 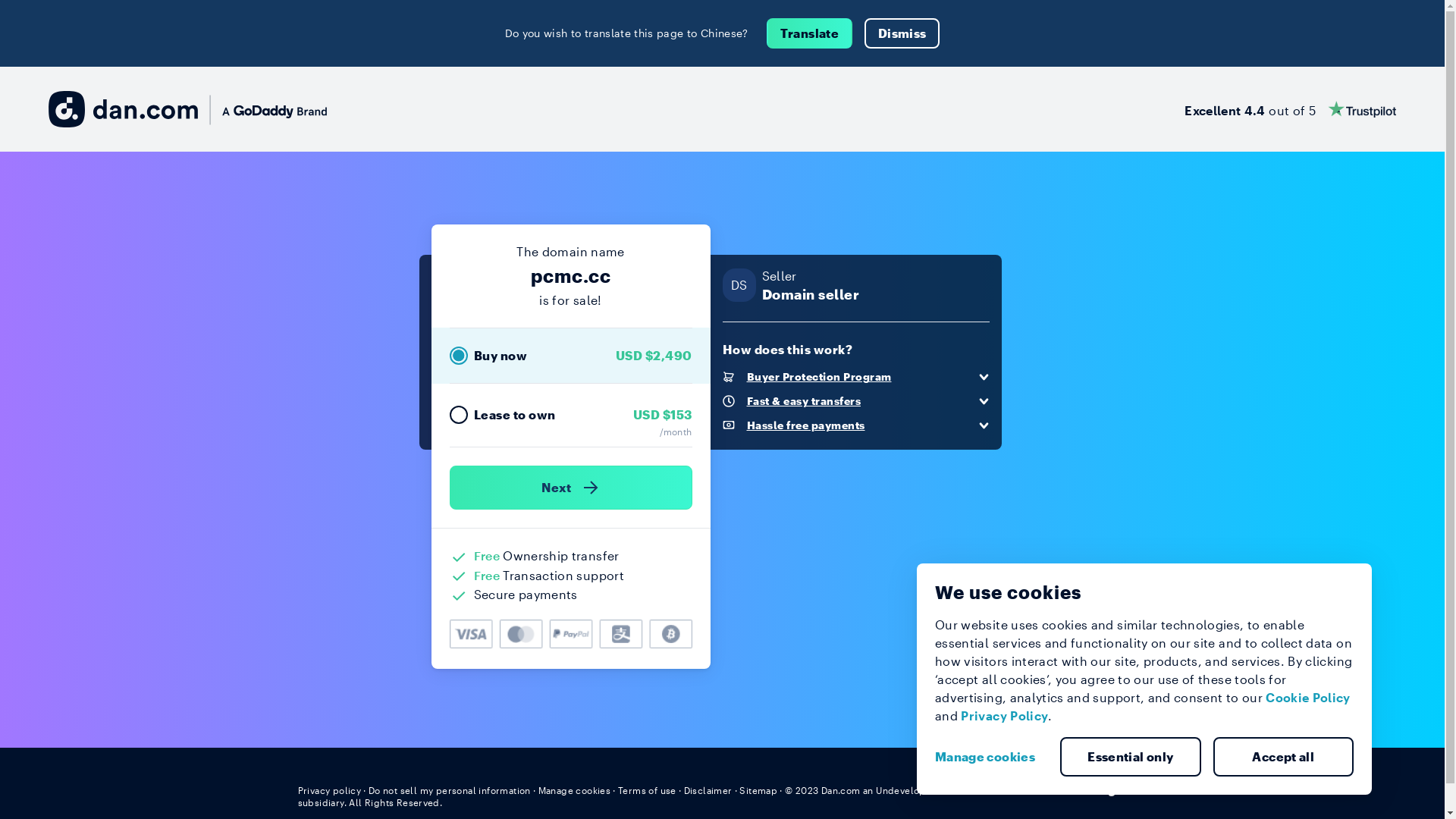 I want to click on 'Disclaimer', so click(x=708, y=789).